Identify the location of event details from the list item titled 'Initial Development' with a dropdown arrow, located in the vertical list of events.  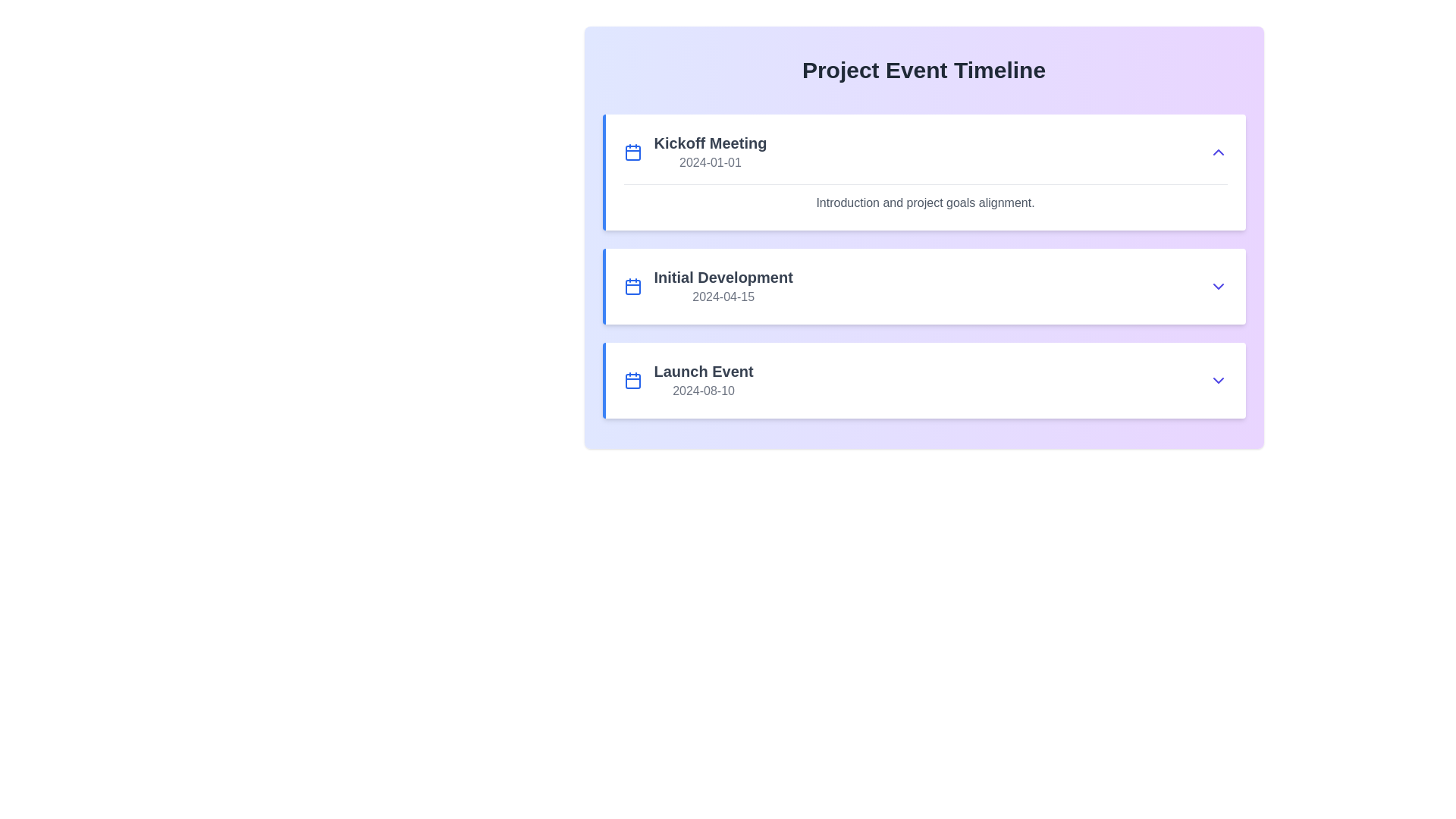
(924, 287).